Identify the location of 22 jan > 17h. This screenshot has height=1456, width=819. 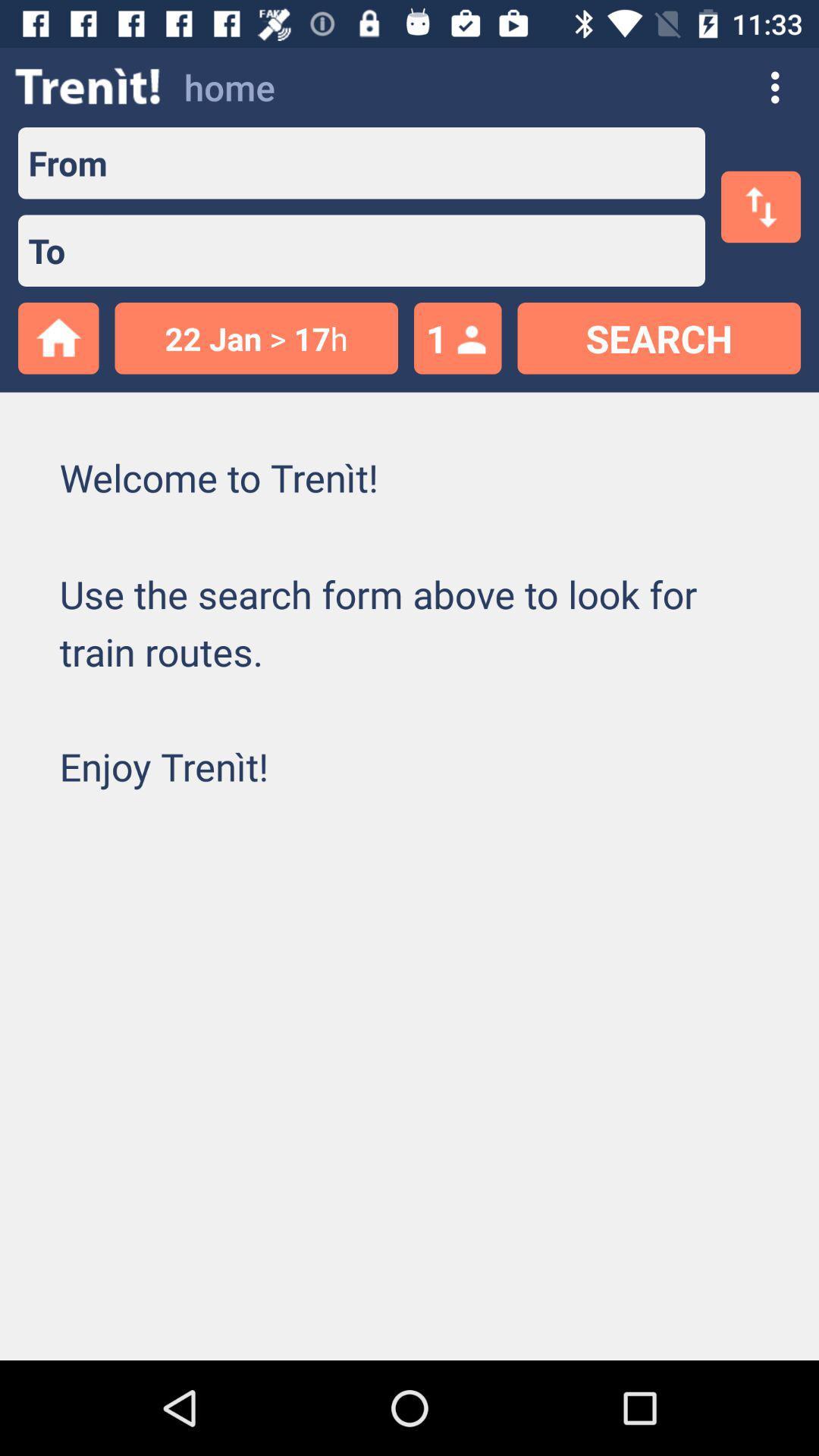
(256, 337).